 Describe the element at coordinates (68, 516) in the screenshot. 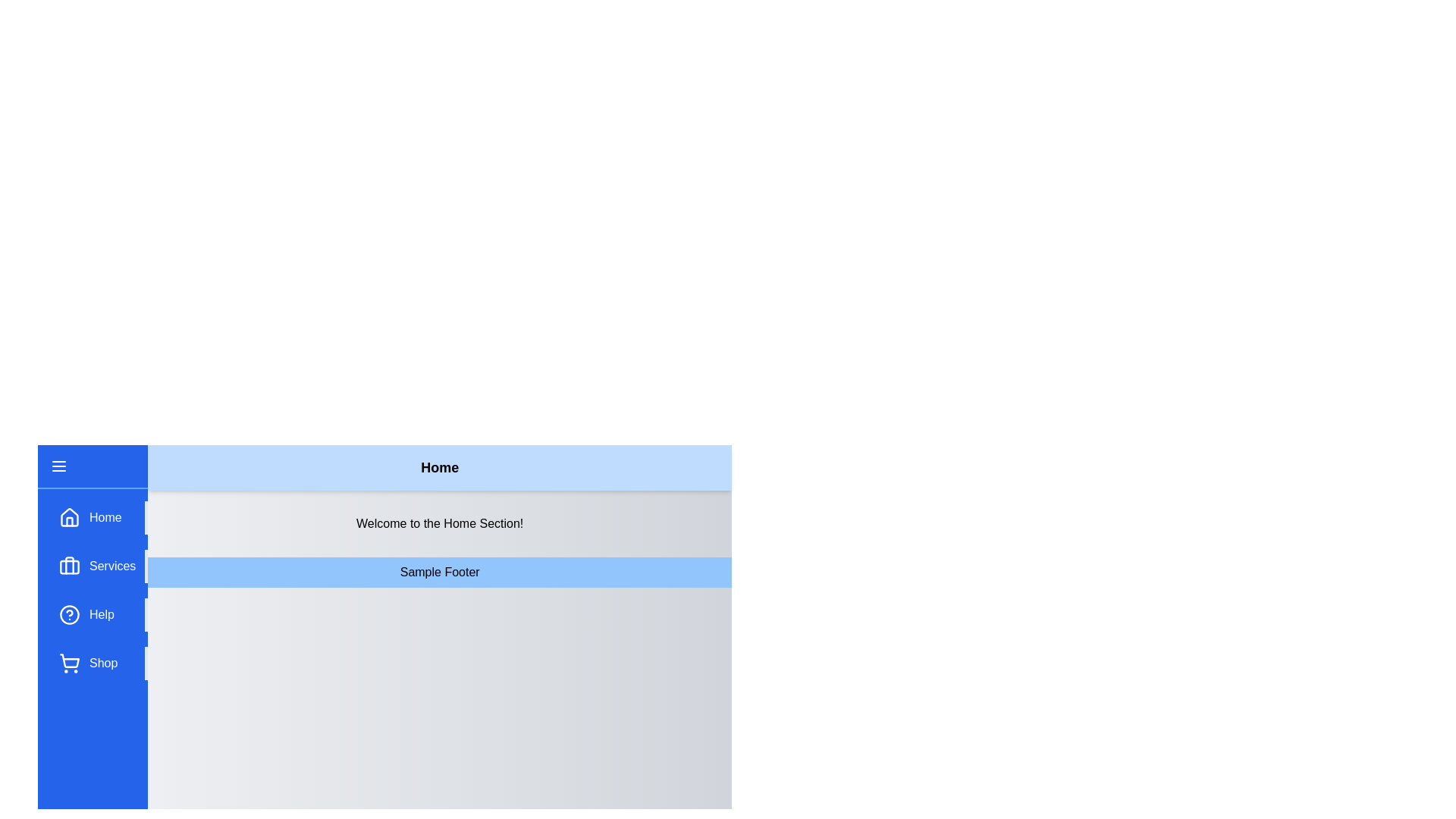

I see `the home icon located at the top of the left sidebar` at that location.